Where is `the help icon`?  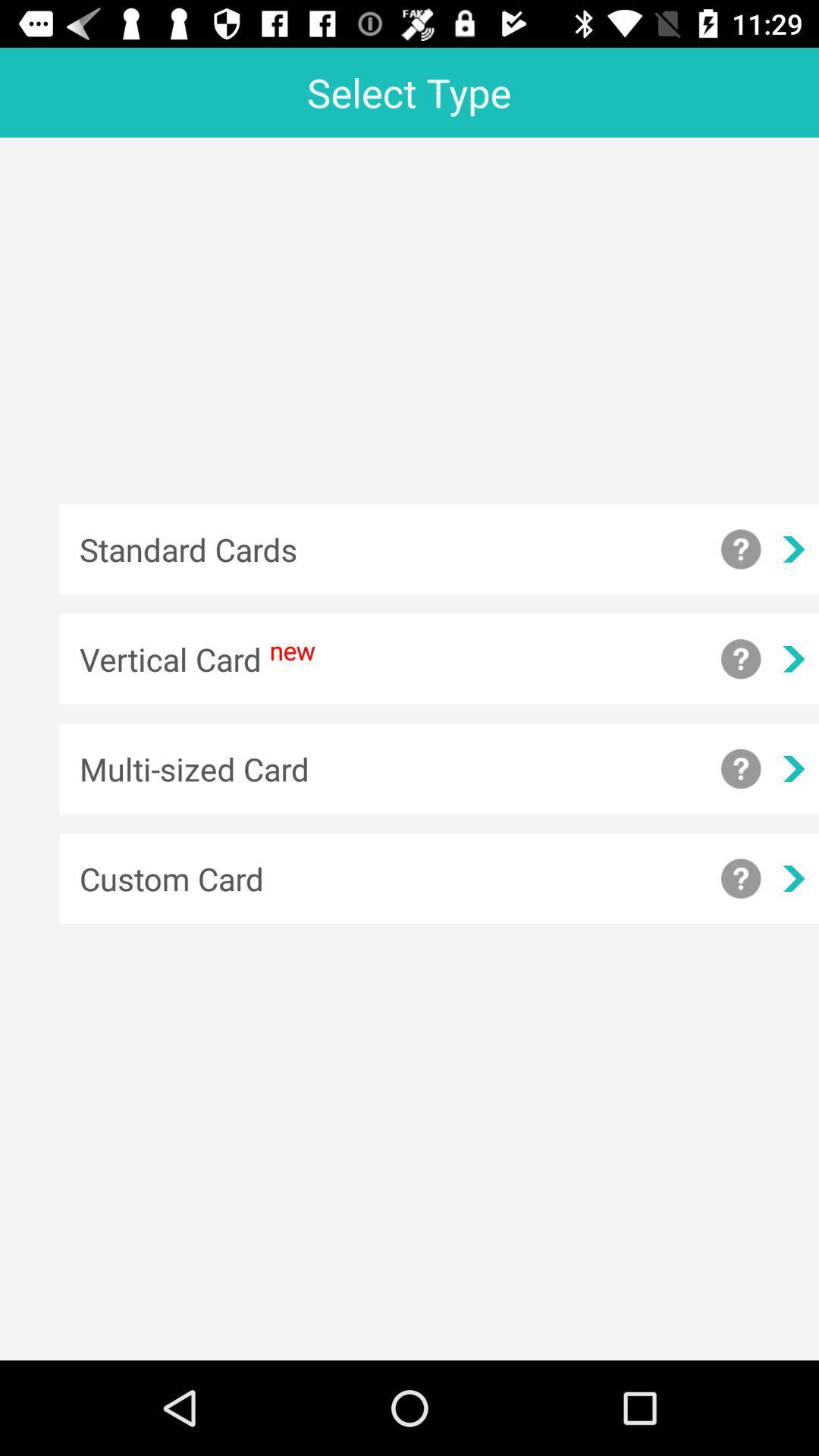 the help icon is located at coordinates (740, 548).